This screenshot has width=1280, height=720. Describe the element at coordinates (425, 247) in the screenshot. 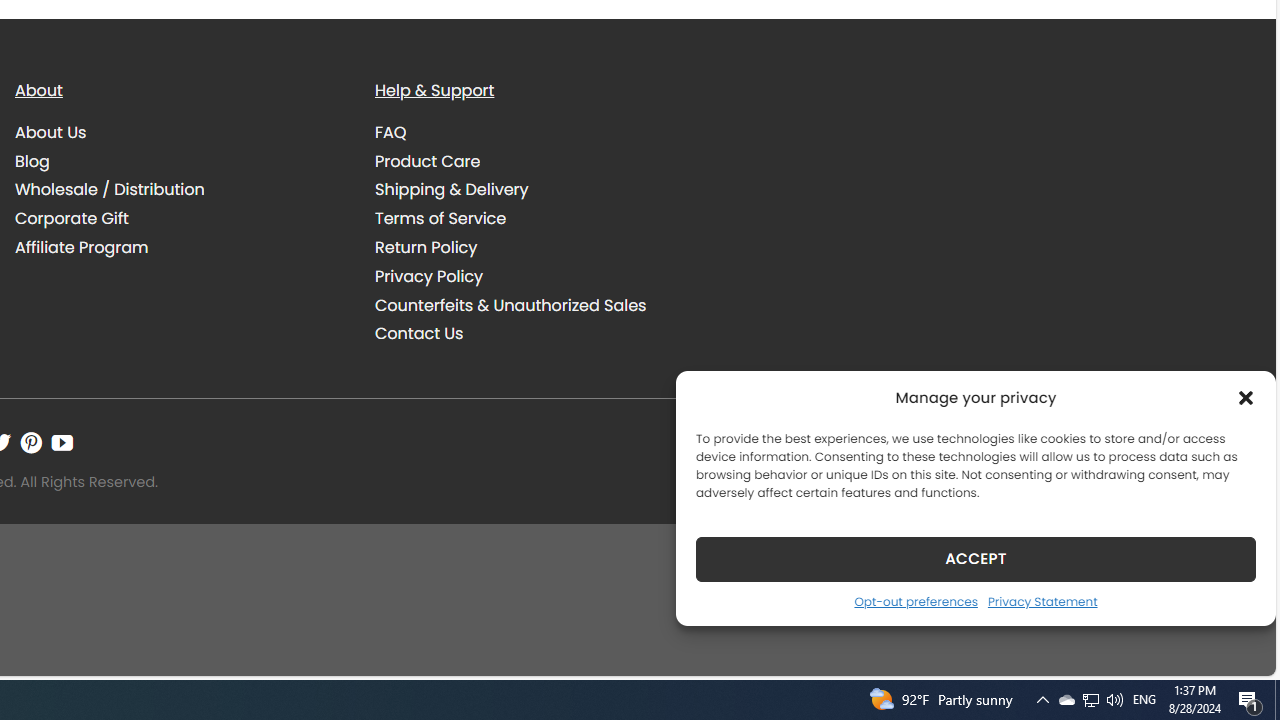

I see `'Return Policy'` at that location.